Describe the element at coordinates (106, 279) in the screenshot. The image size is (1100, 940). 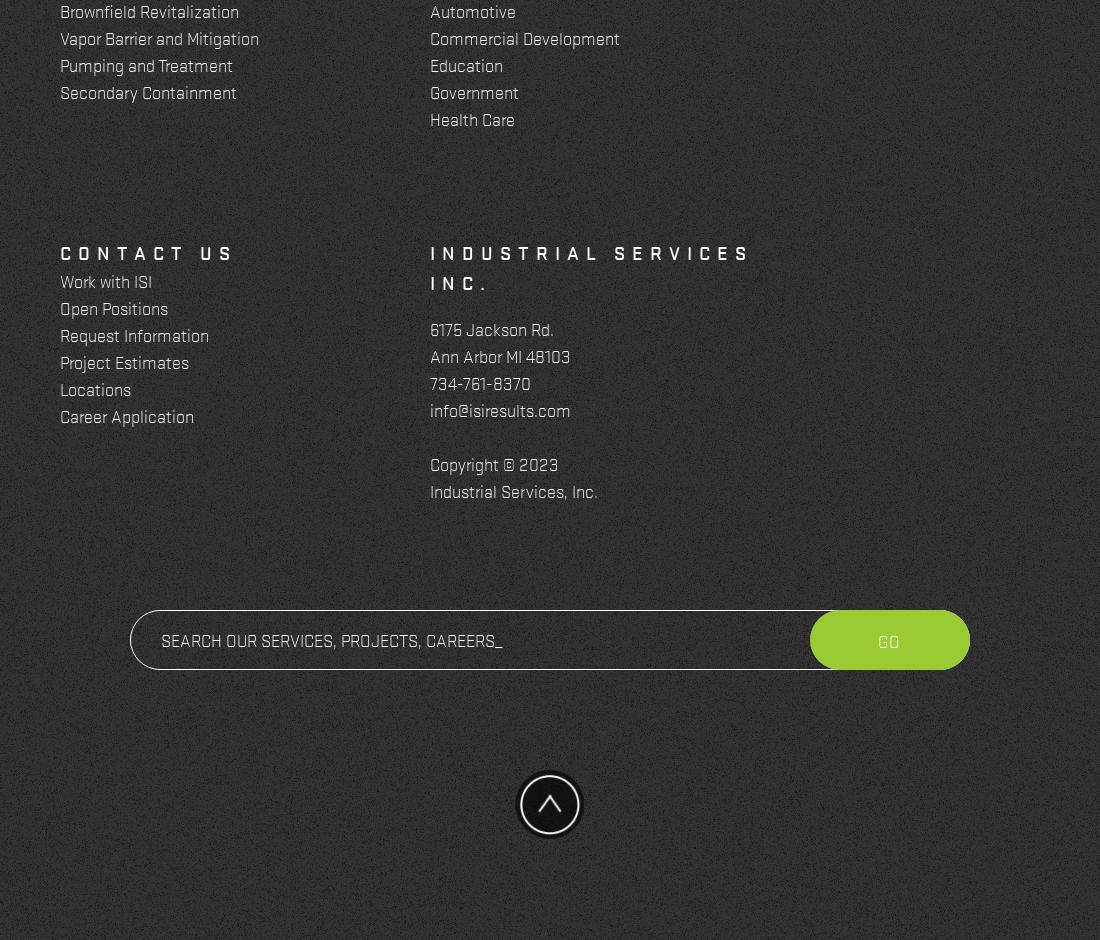
I see `'Work with ISI'` at that location.